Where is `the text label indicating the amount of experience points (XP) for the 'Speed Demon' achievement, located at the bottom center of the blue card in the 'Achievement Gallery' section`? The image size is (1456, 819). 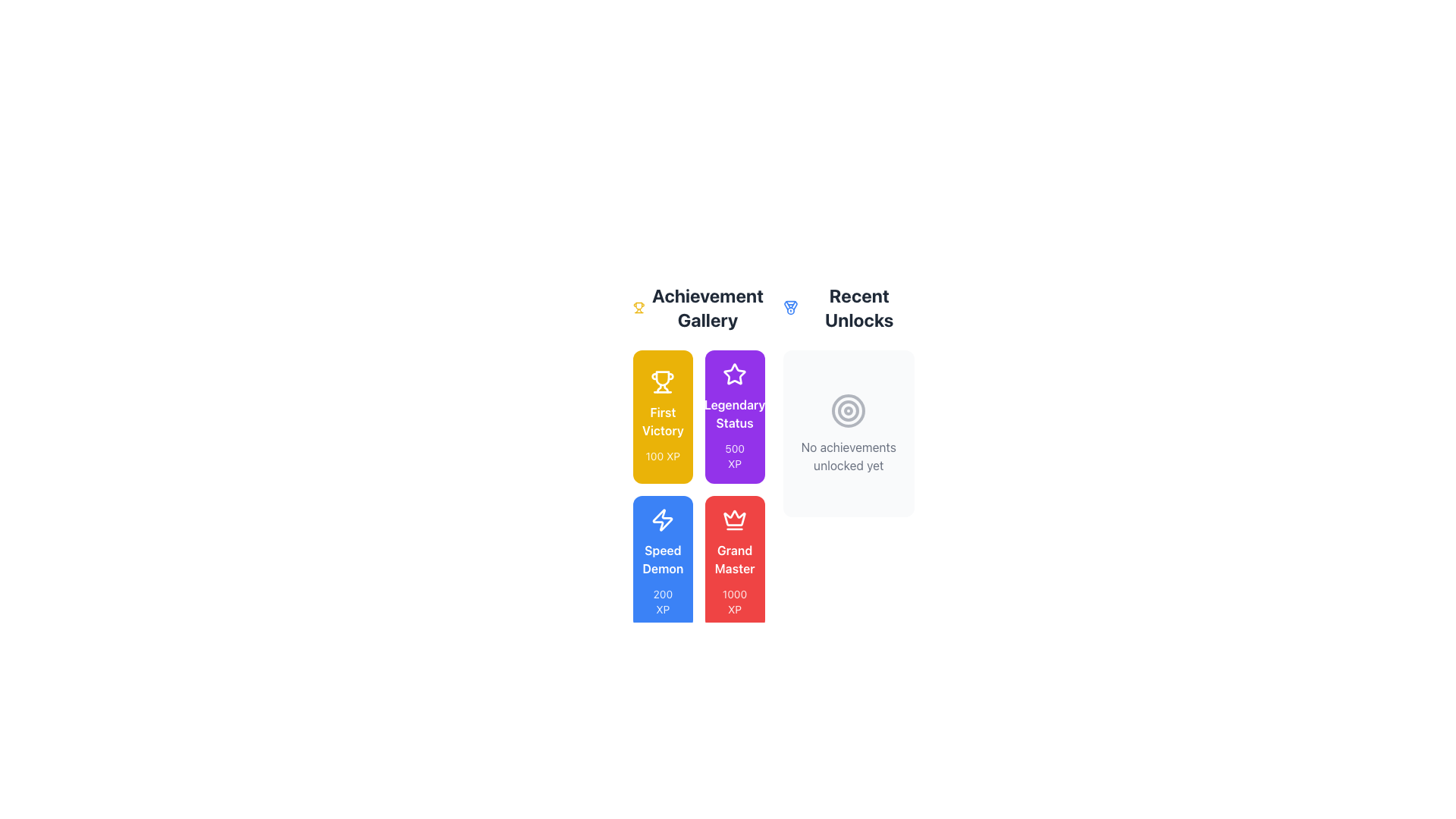
the text label indicating the amount of experience points (XP) for the 'Speed Demon' achievement, located at the bottom center of the blue card in the 'Achievement Gallery' section is located at coordinates (663, 601).